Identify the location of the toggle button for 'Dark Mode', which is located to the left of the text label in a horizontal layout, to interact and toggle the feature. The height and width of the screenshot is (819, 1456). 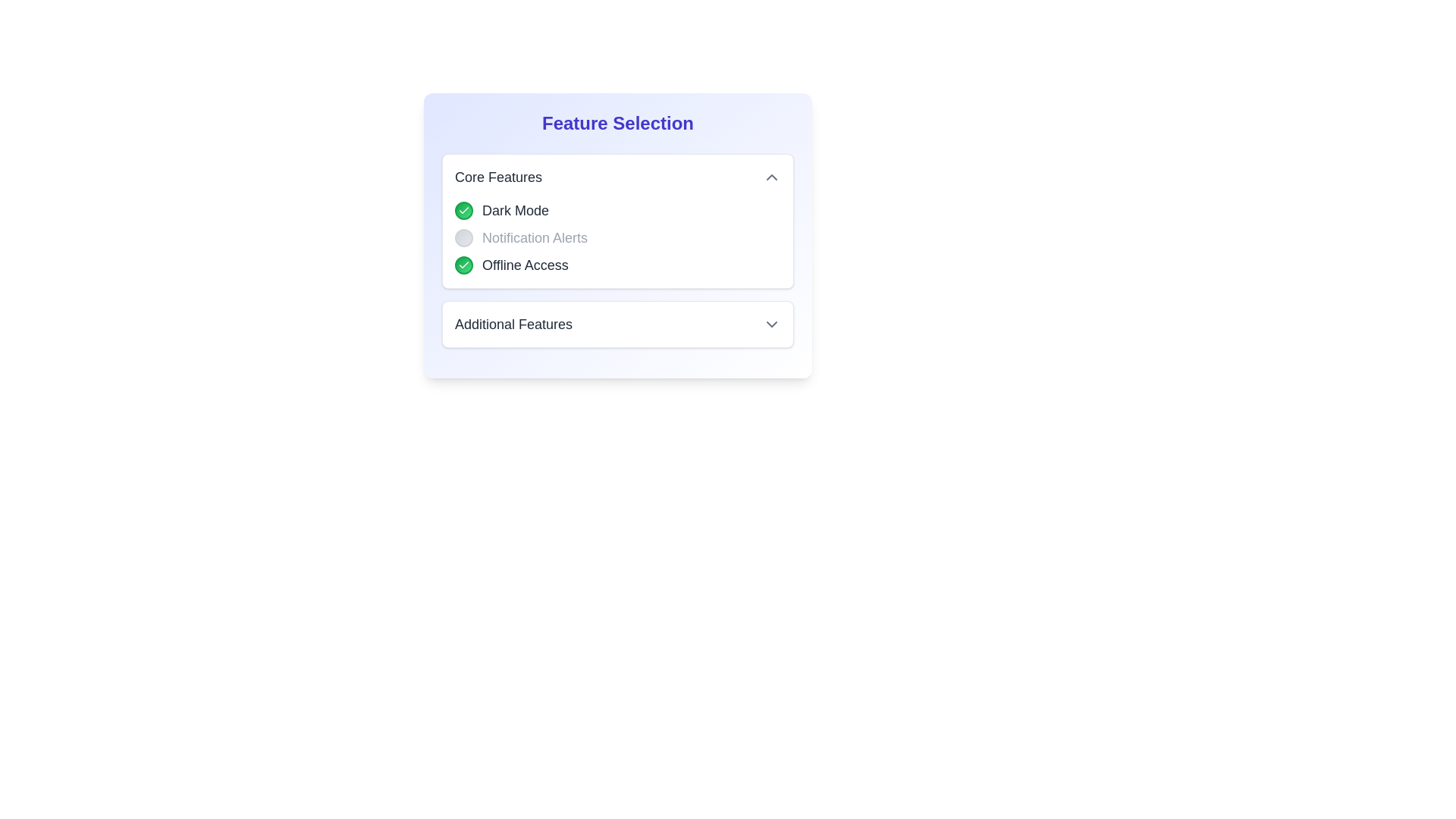
(463, 210).